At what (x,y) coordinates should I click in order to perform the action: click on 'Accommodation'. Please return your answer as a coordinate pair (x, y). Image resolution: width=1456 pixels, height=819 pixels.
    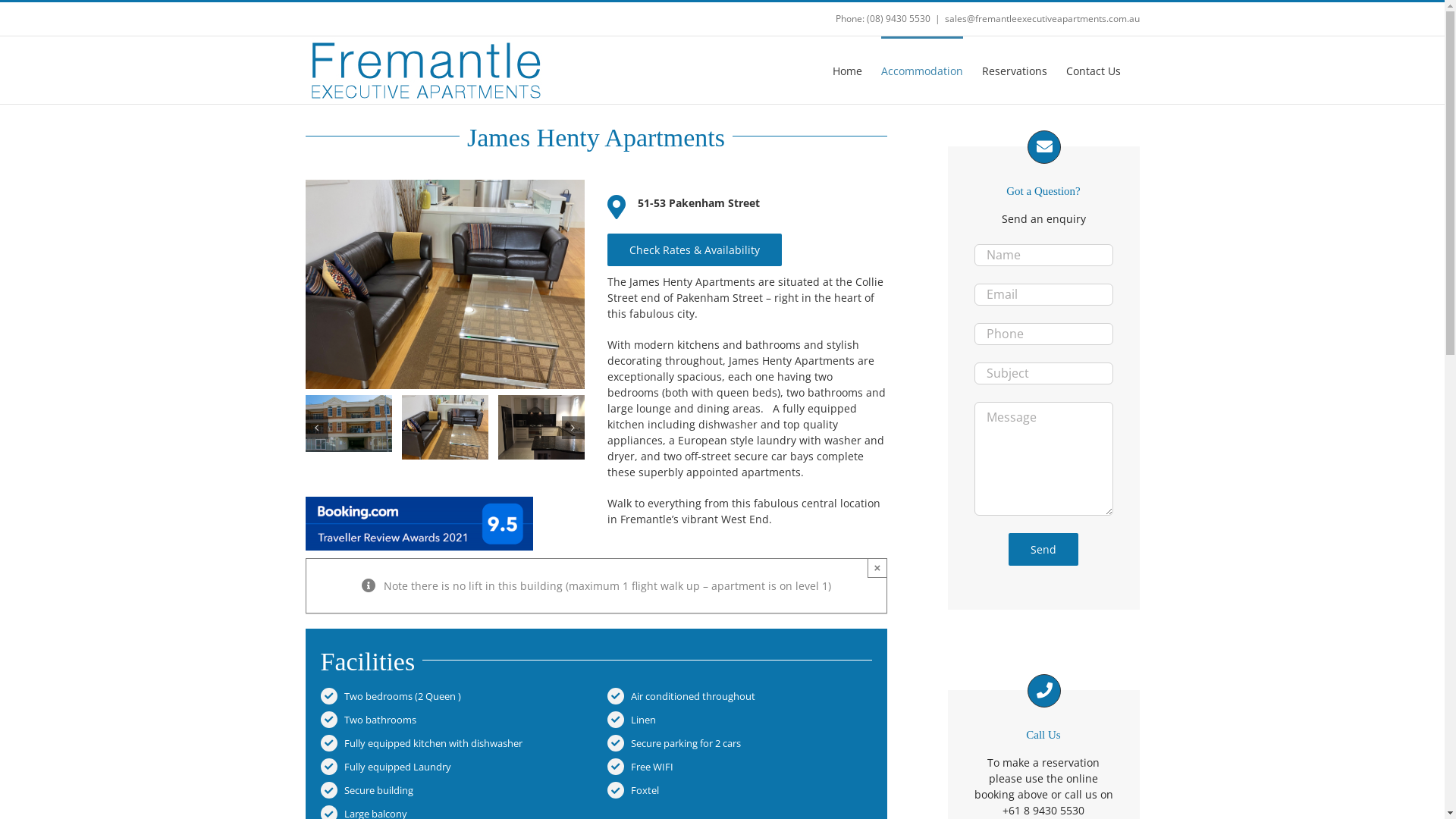
    Looking at the image, I should click on (880, 70).